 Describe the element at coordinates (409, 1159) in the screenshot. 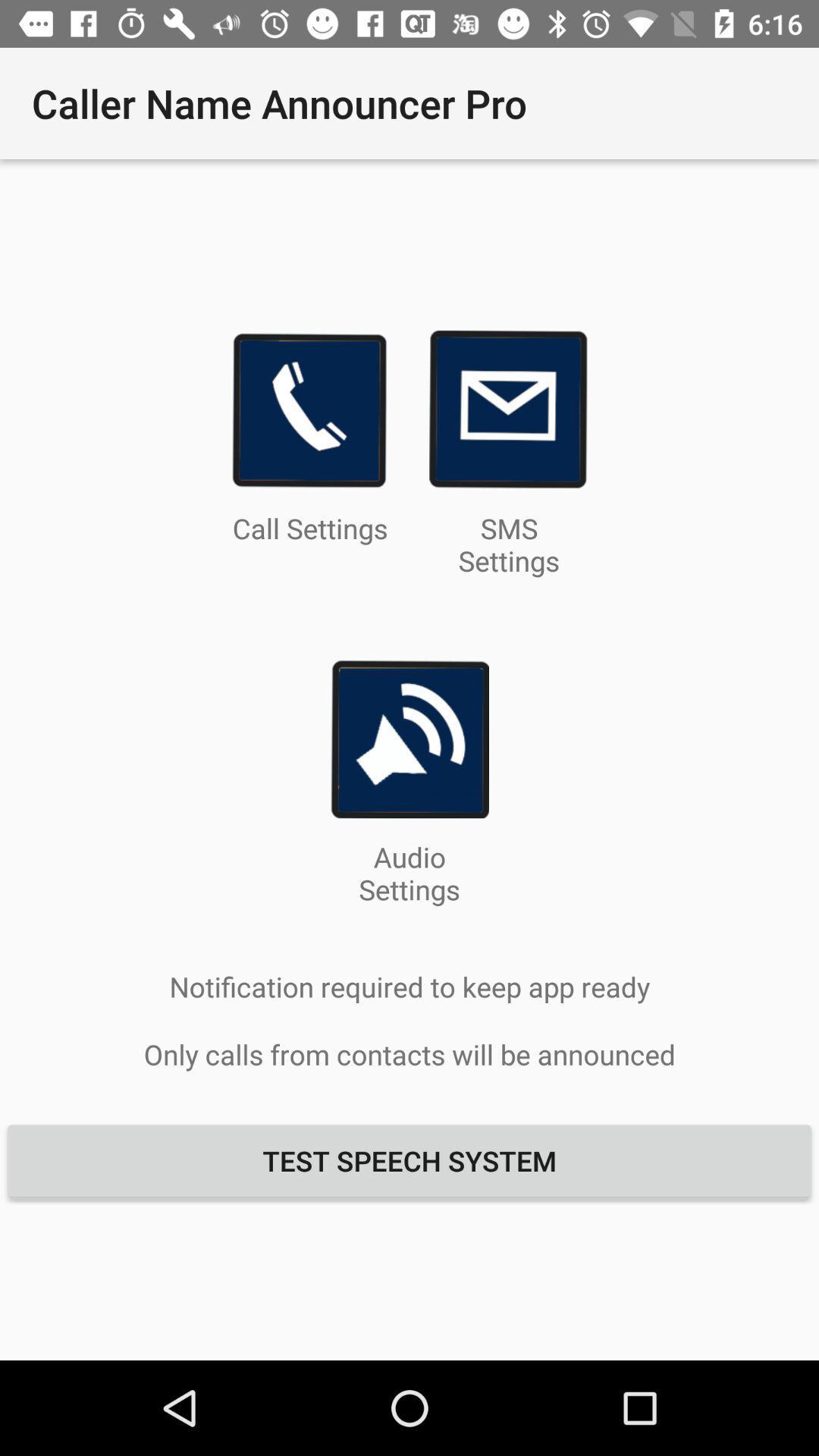

I see `the test speech system` at that location.